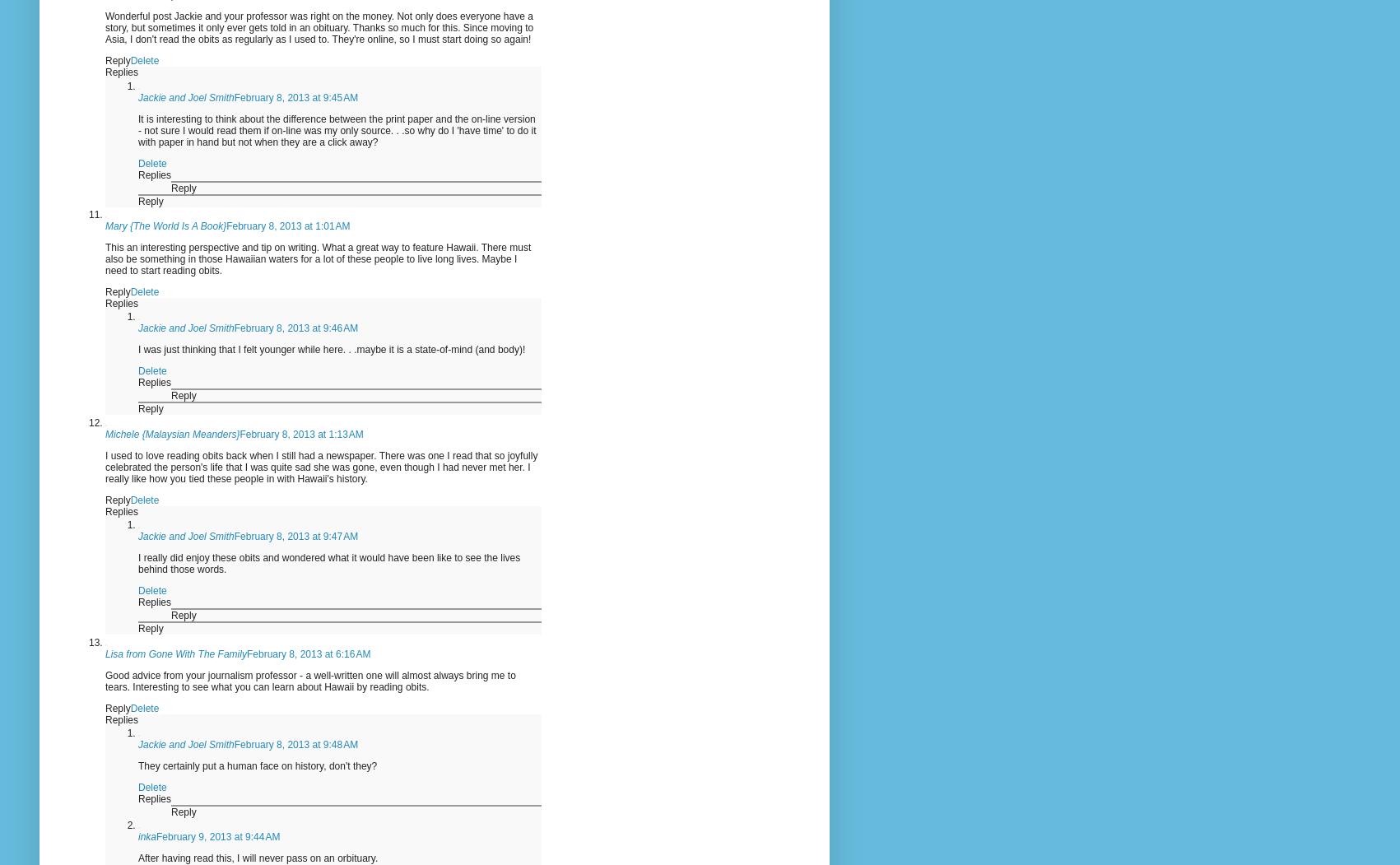  I want to click on 'February 9, 2013 at 9:44 AM', so click(218, 835).